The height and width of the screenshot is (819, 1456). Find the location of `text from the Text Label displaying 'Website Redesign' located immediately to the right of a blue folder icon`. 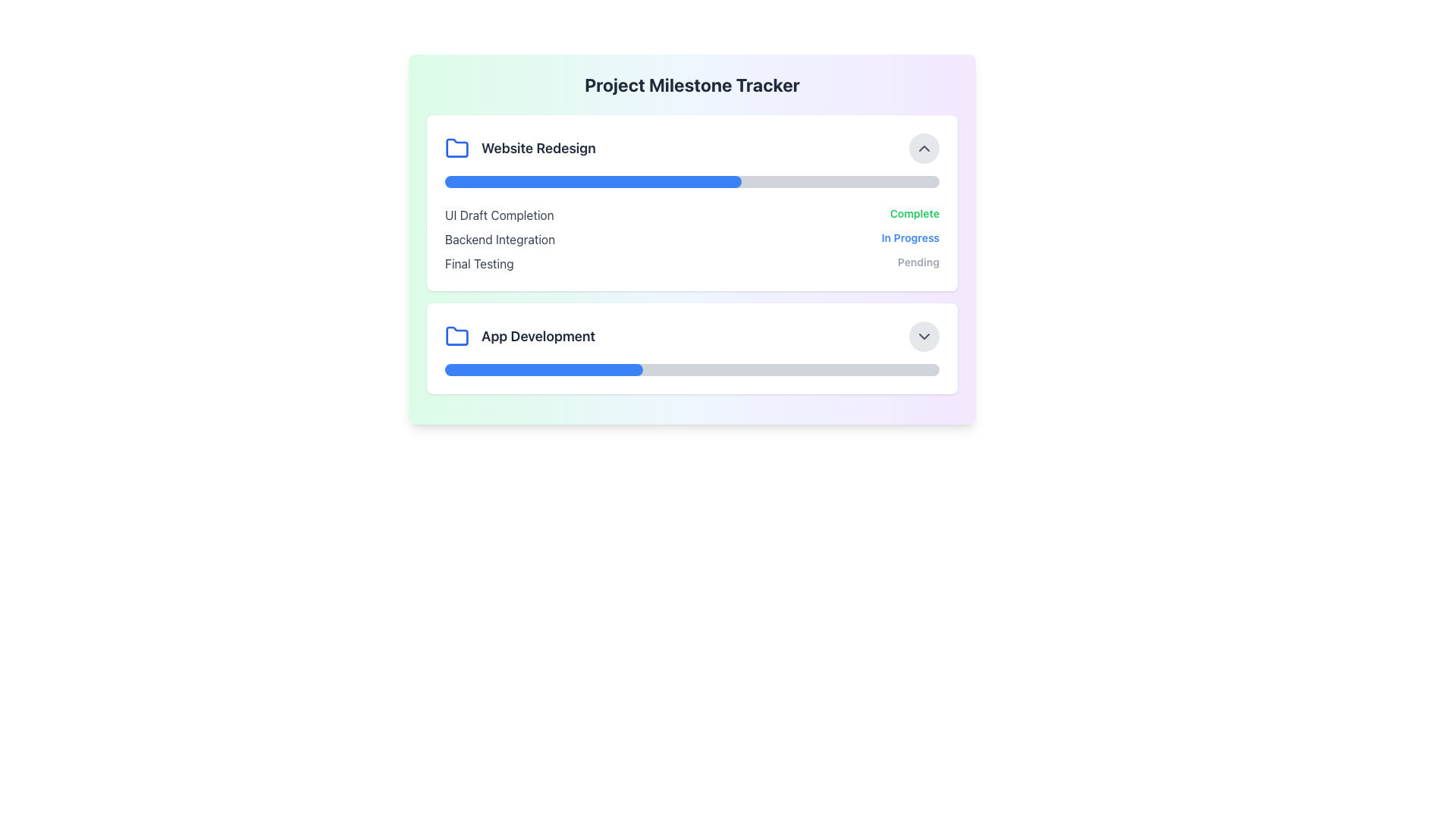

text from the Text Label displaying 'Website Redesign' located immediately to the right of a blue folder icon is located at coordinates (538, 149).